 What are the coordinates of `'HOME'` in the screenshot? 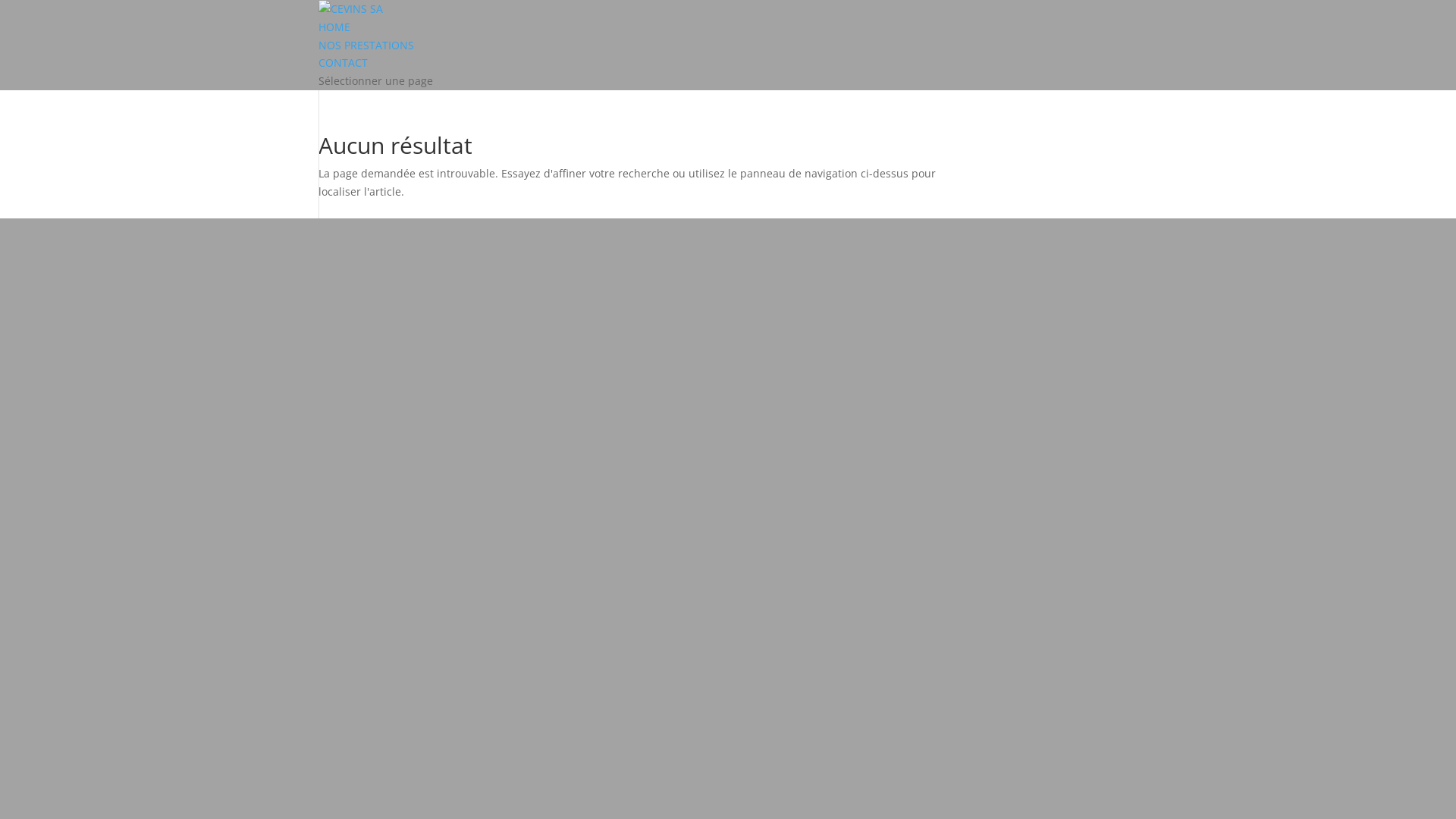 It's located at (334, 27).